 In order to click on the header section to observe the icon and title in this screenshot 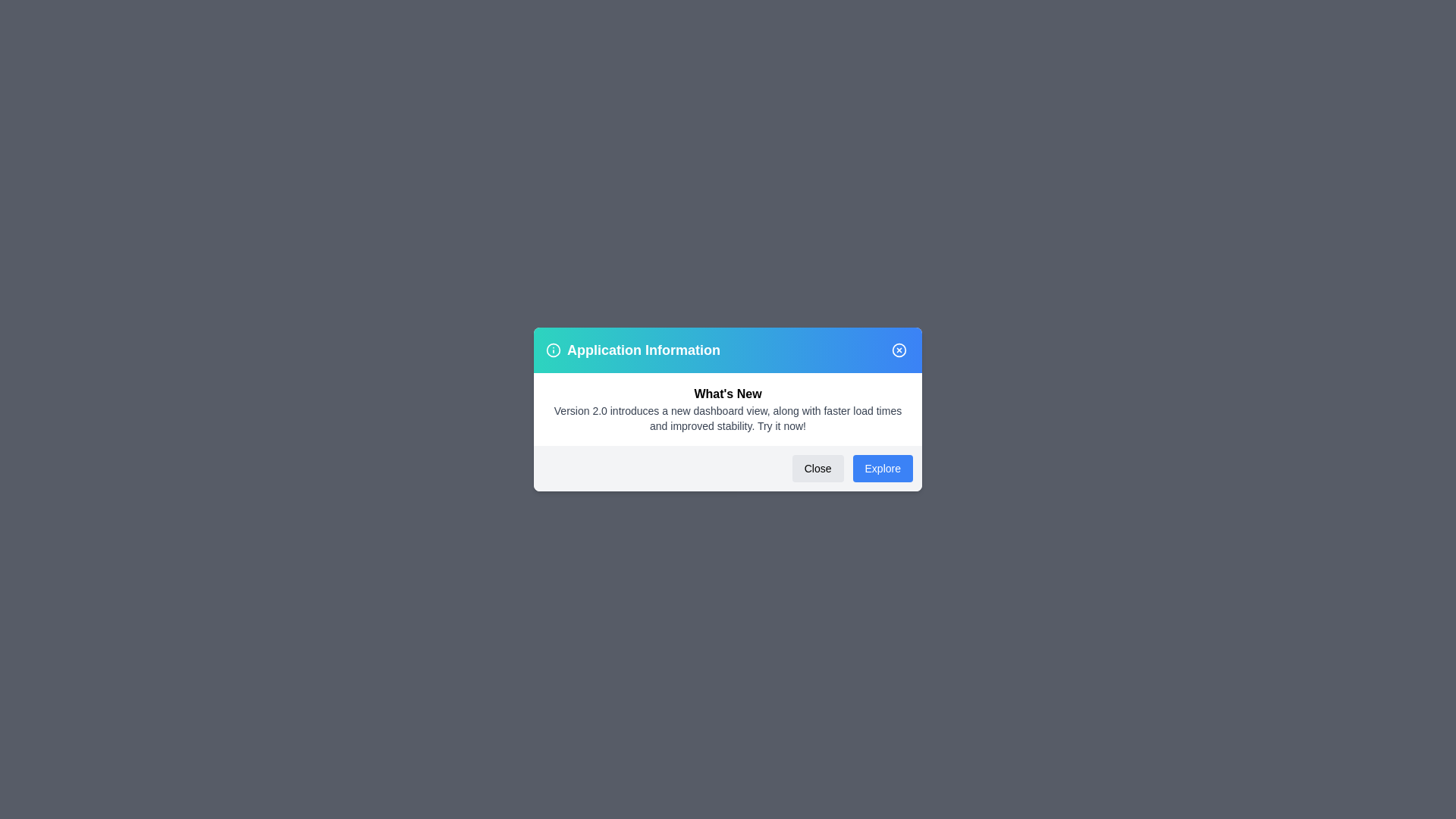, I will do `click(728, 350)`.